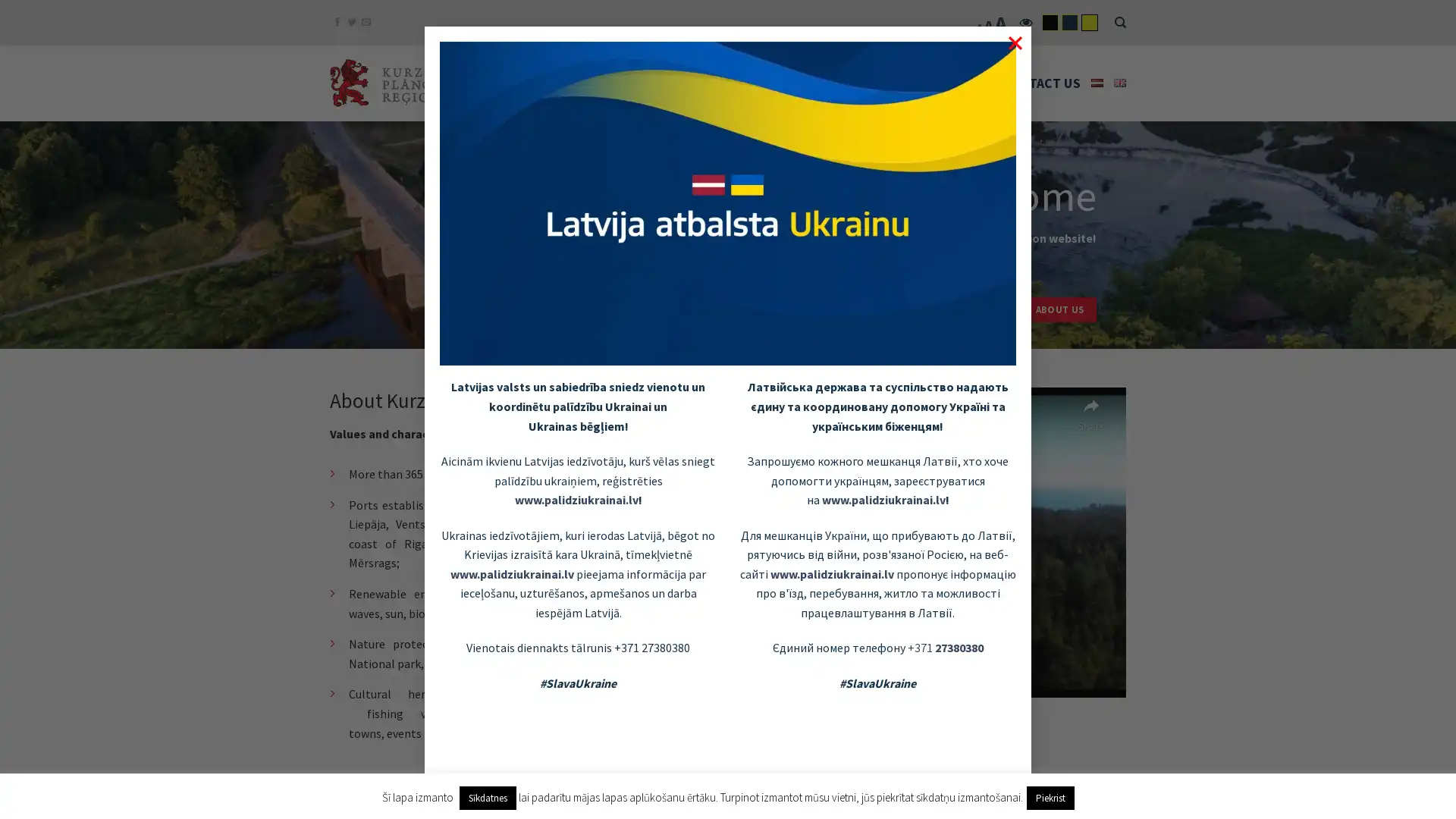 This screenshot has width=1456, height=819. Describe the element at coordinates (1050, 22) in the screenshot. I see `flatsome-black` at that location.